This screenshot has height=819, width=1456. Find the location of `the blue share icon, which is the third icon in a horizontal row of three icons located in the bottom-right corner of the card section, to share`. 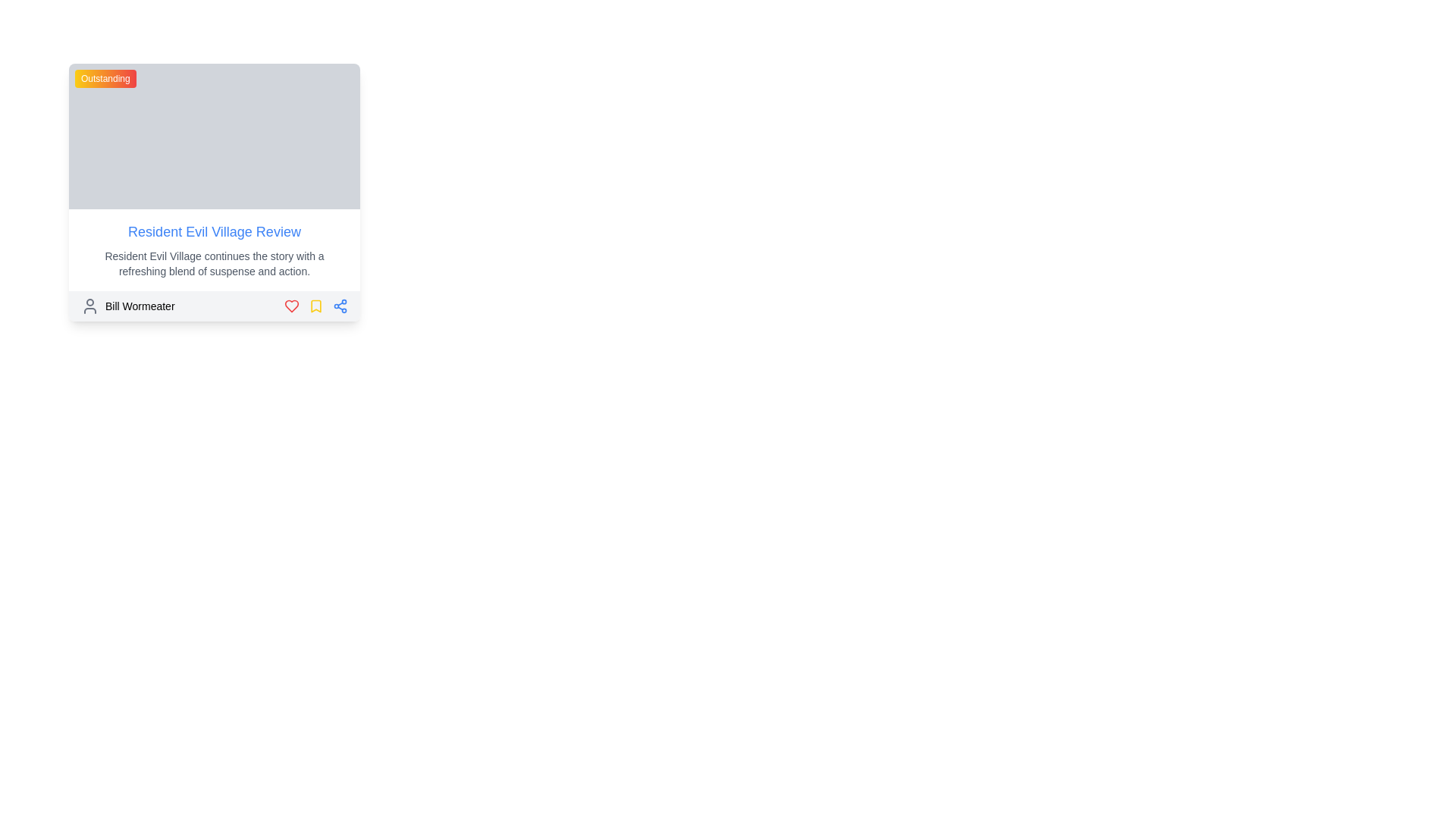

the blue share icon, which is the third icon in a horizontal row of three icons located in the bottom-right corner of the card section, to share is located at coordinates (340, 306).